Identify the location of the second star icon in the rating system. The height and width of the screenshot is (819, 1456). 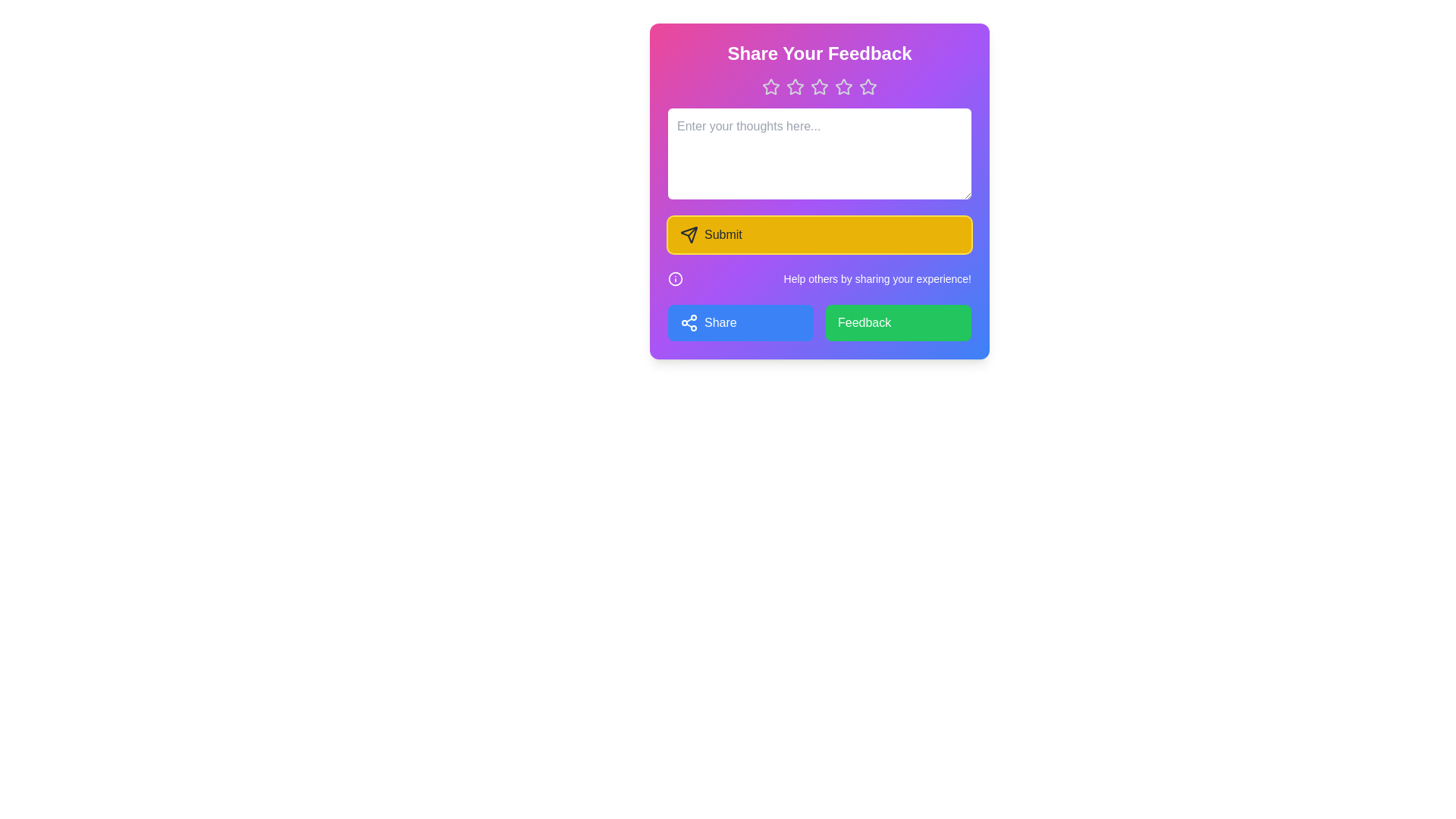
(795, 86).